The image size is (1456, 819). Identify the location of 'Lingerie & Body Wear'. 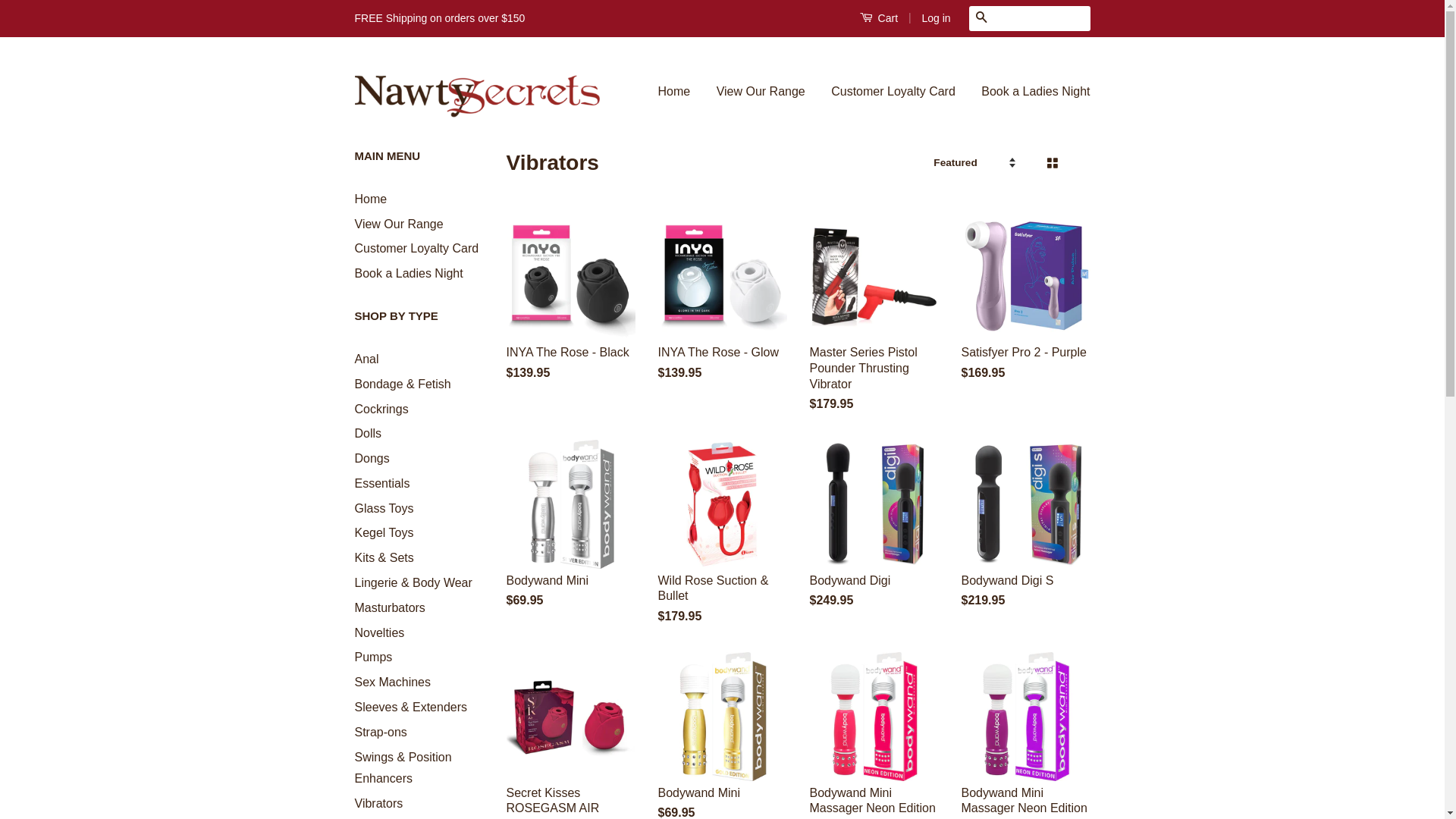
(413, 582).